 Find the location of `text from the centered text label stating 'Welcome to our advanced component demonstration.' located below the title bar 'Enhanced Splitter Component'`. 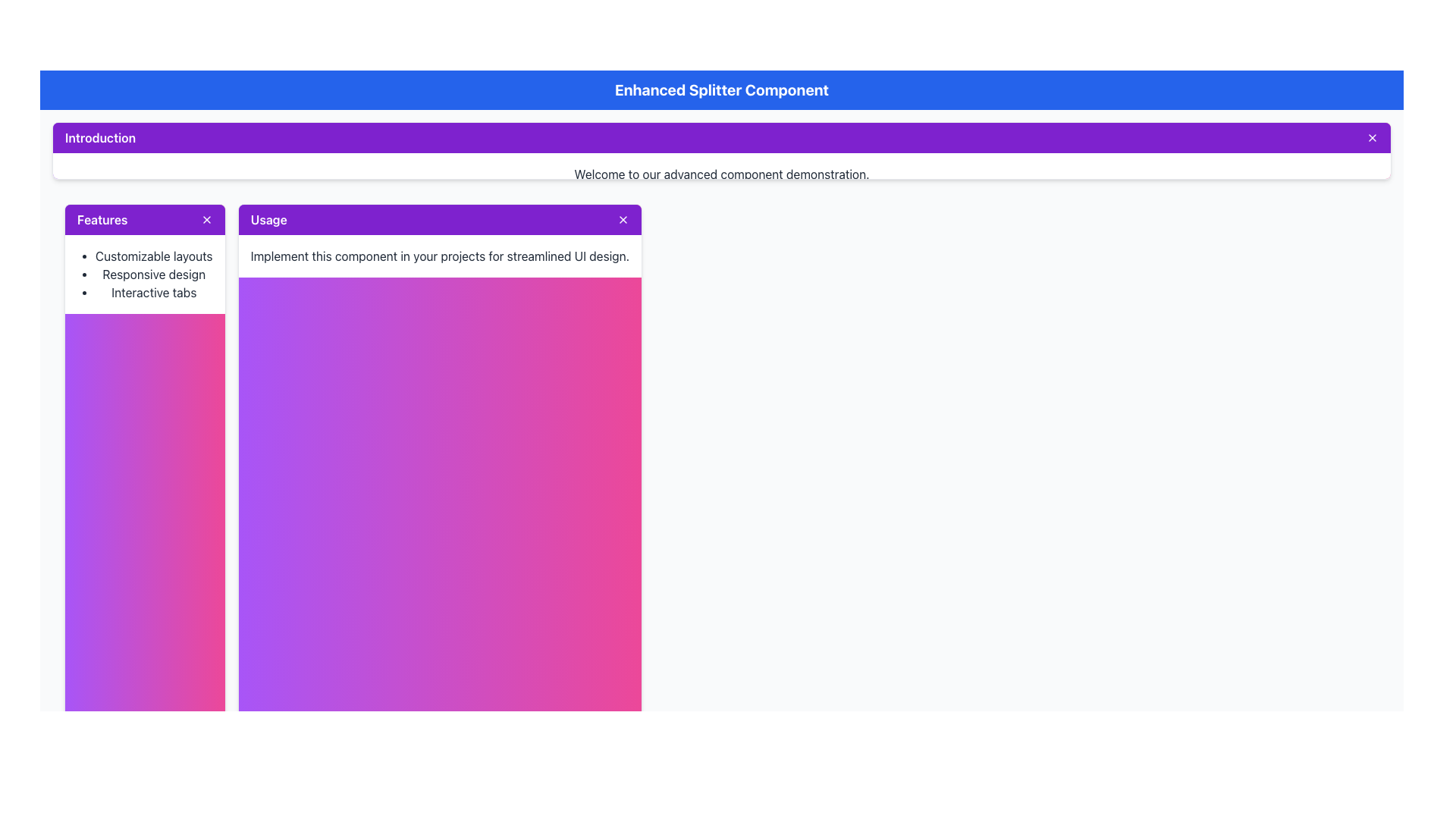

text from the centered text label stating 'Welcome to our advanced component demonstration.' located below the title bar 'Enhanced Splitter Component' is located at coordinates (720, 174).